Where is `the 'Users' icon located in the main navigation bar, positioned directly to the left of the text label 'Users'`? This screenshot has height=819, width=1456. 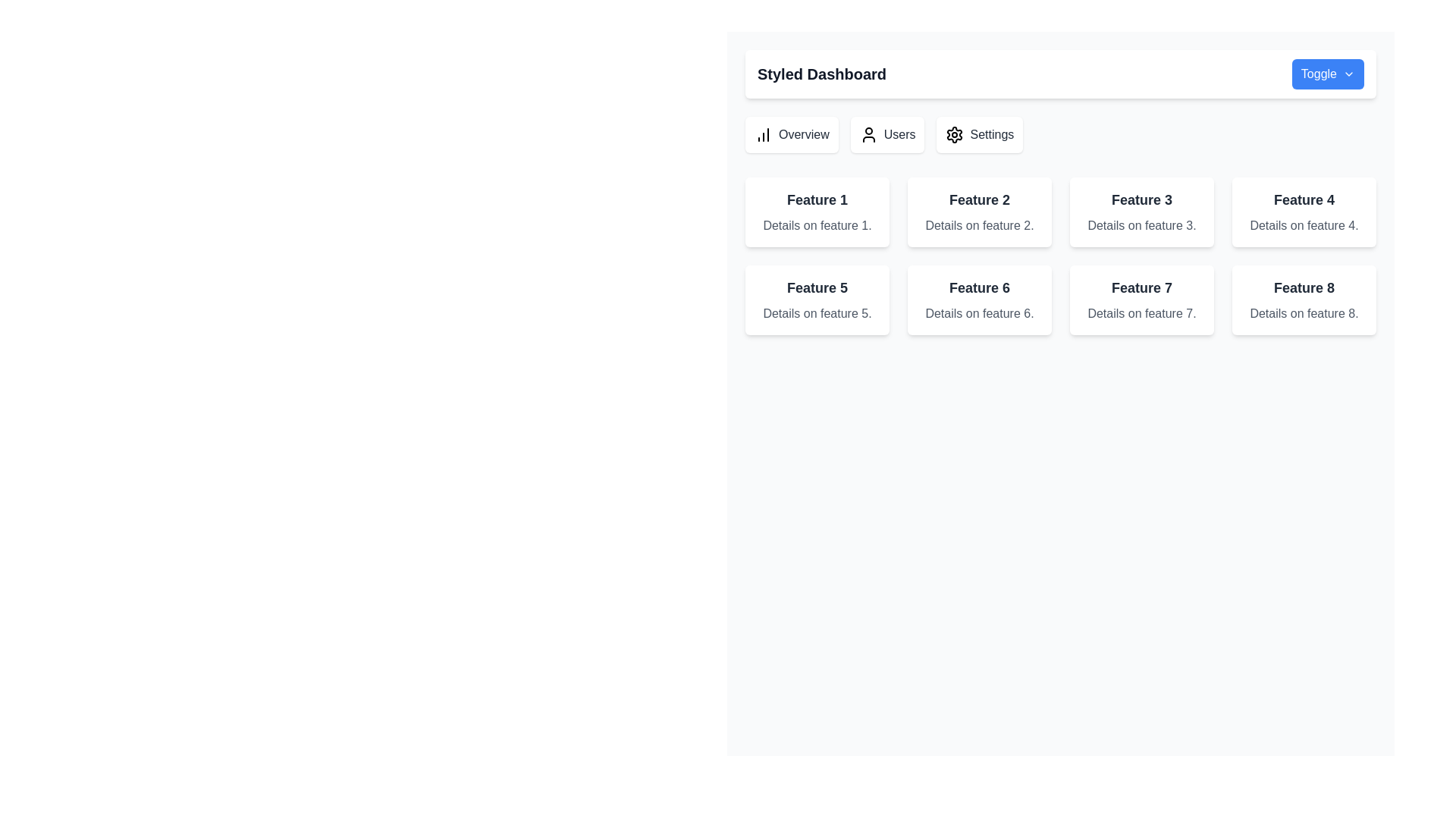
the 'Users' icon located in the main navigation bar, positioned directly to the left of the text label 'Users' is located at coordinates (868, 133).